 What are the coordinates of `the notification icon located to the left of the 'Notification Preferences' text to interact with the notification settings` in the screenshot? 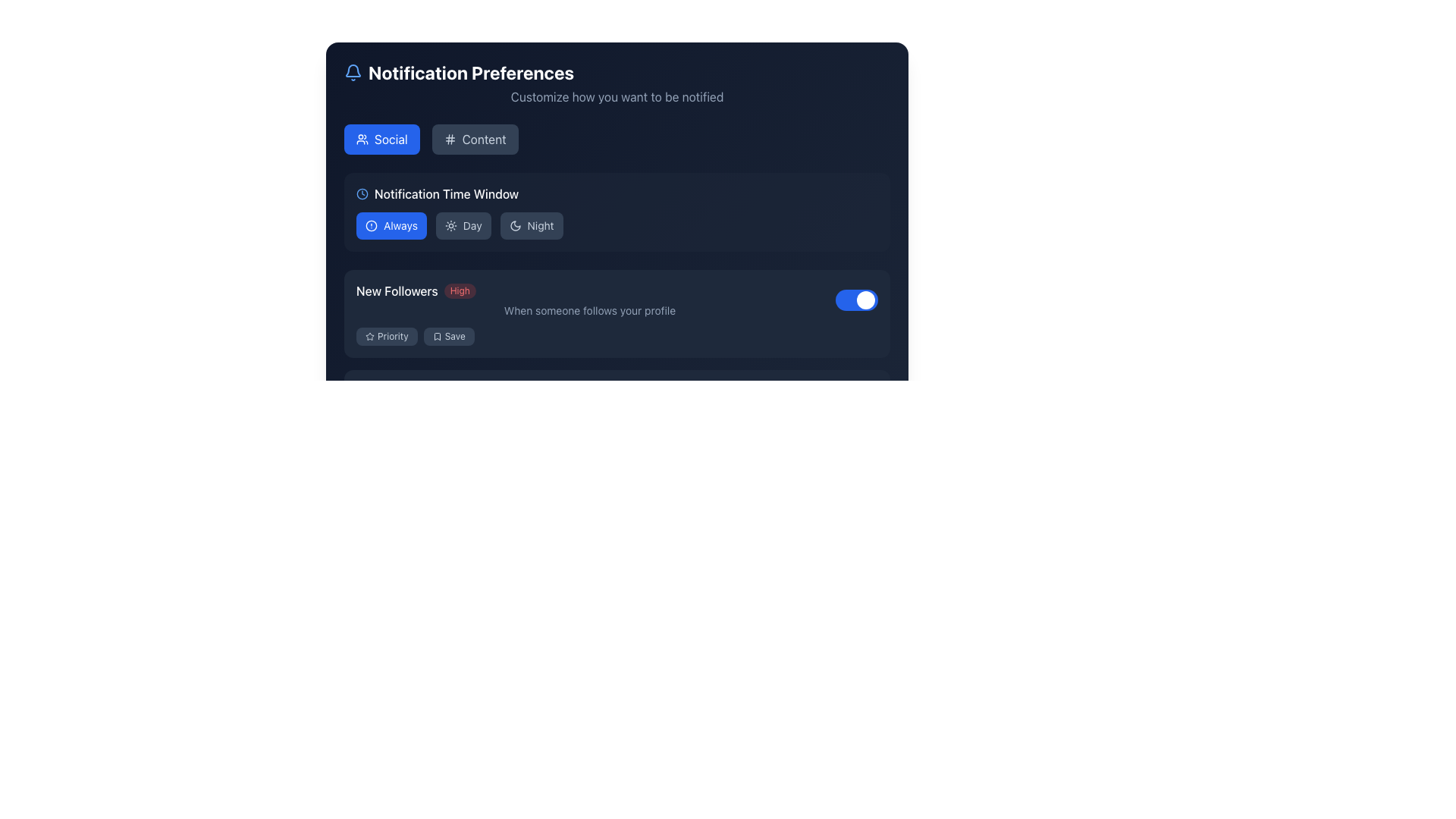 It's located at (352, 73).